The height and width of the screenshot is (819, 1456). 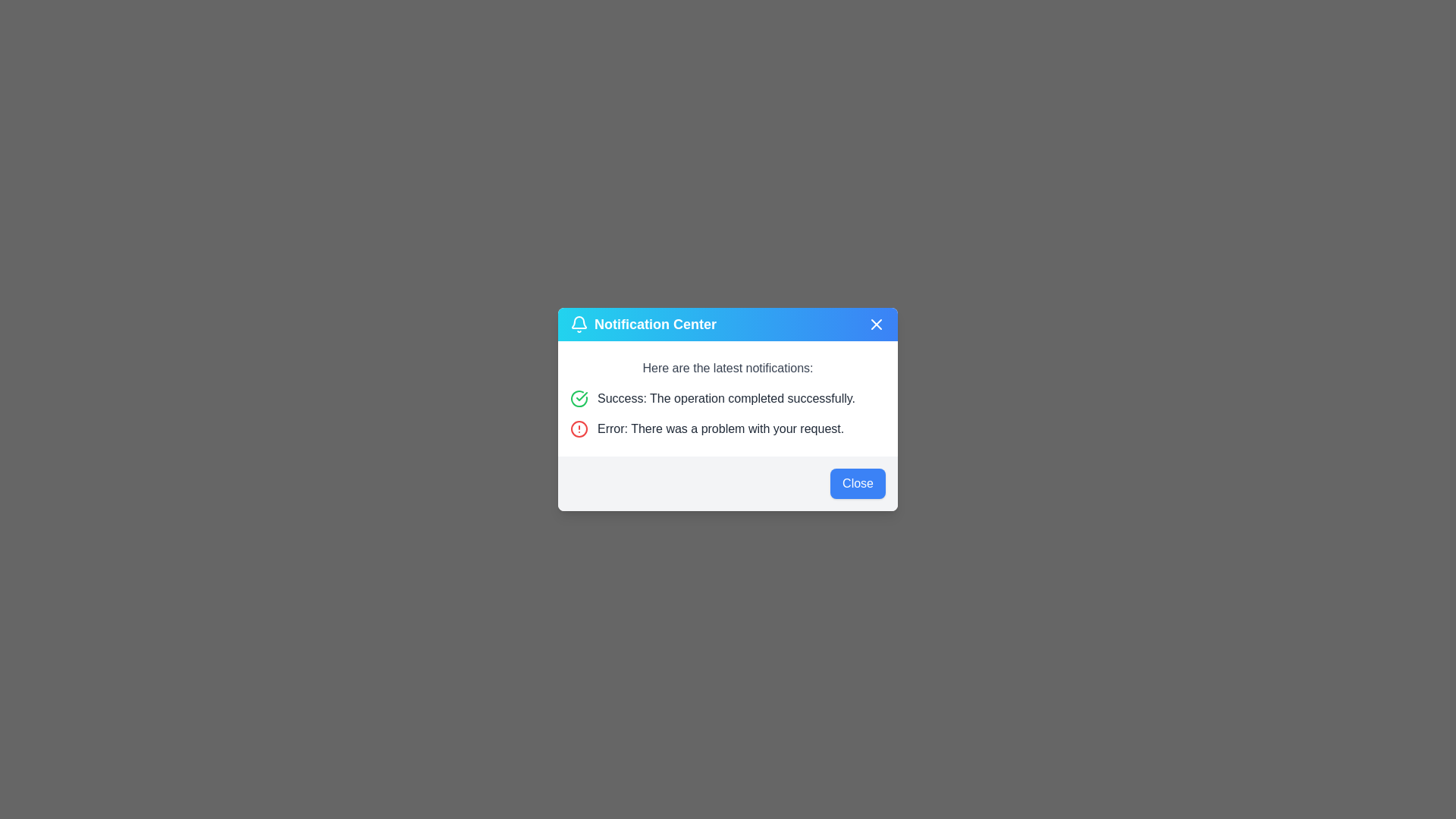 What do you see at coordinates (728, 429) in the screenshot?
I see `error message notification located under the header 'Here are the latest notifications:', positioned below the success message and icon, occupying the second slot in the list of notifications` at bounding box center [728, 429].